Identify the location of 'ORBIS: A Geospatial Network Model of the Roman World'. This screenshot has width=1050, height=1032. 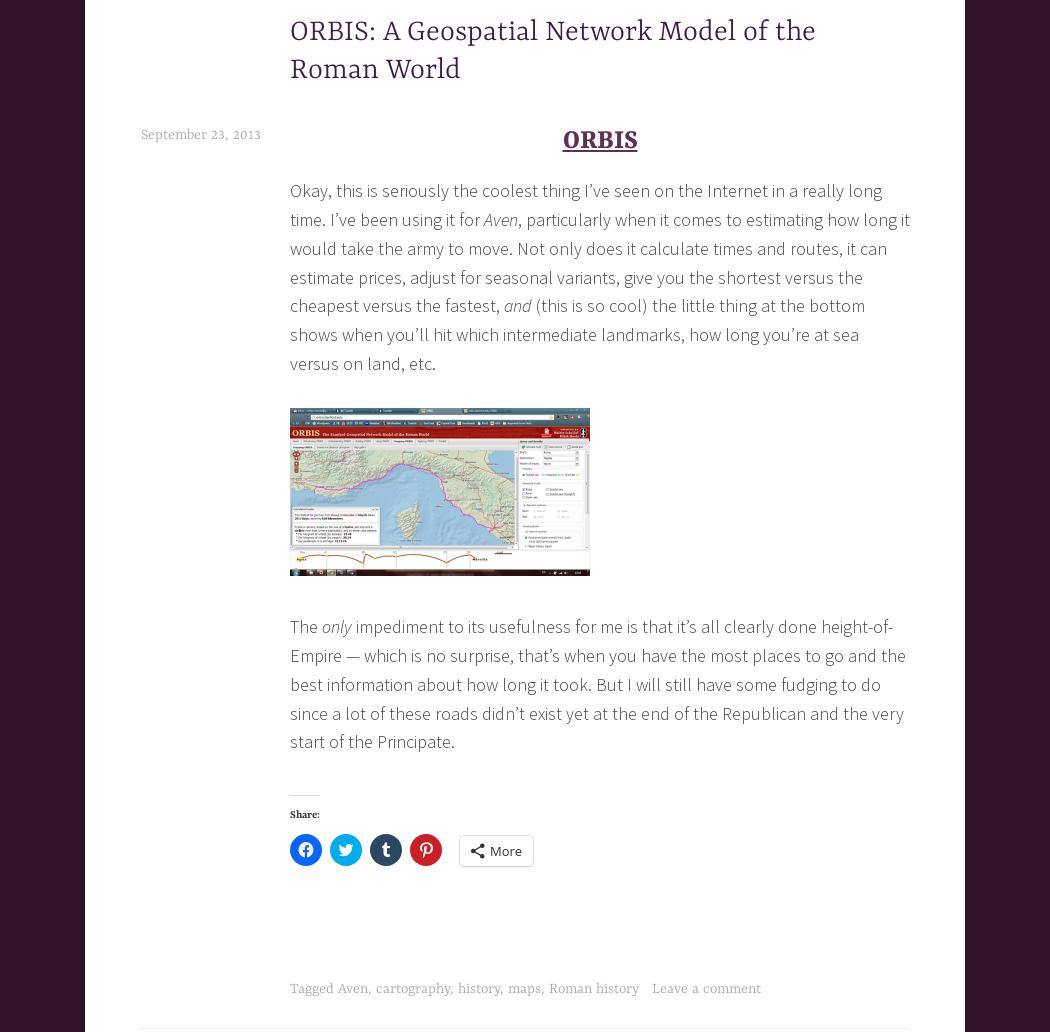
(553, 51).